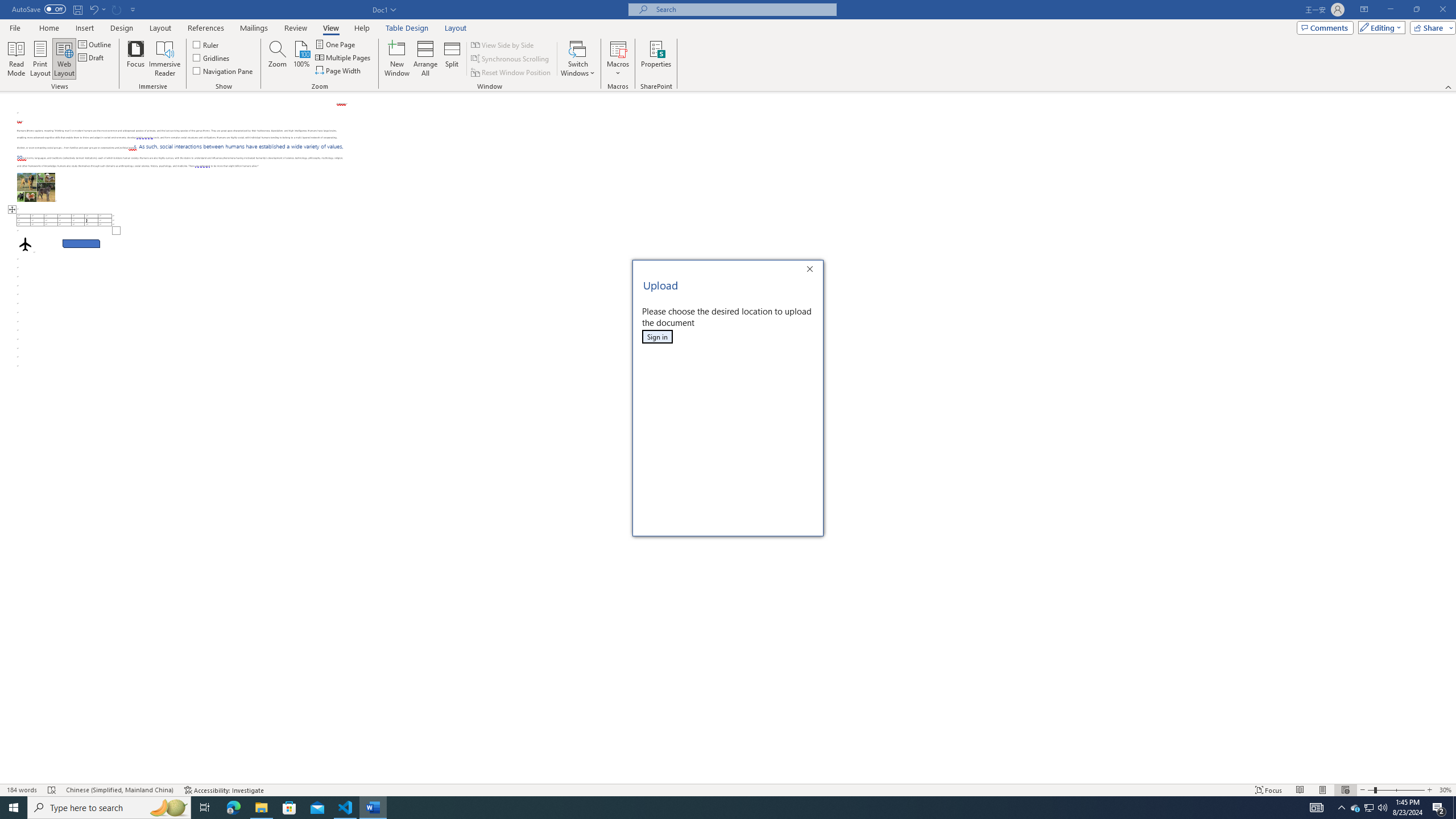 This screenshot has height=819, width=1456. I want to click on 'Zoom...', so click(276, 59).